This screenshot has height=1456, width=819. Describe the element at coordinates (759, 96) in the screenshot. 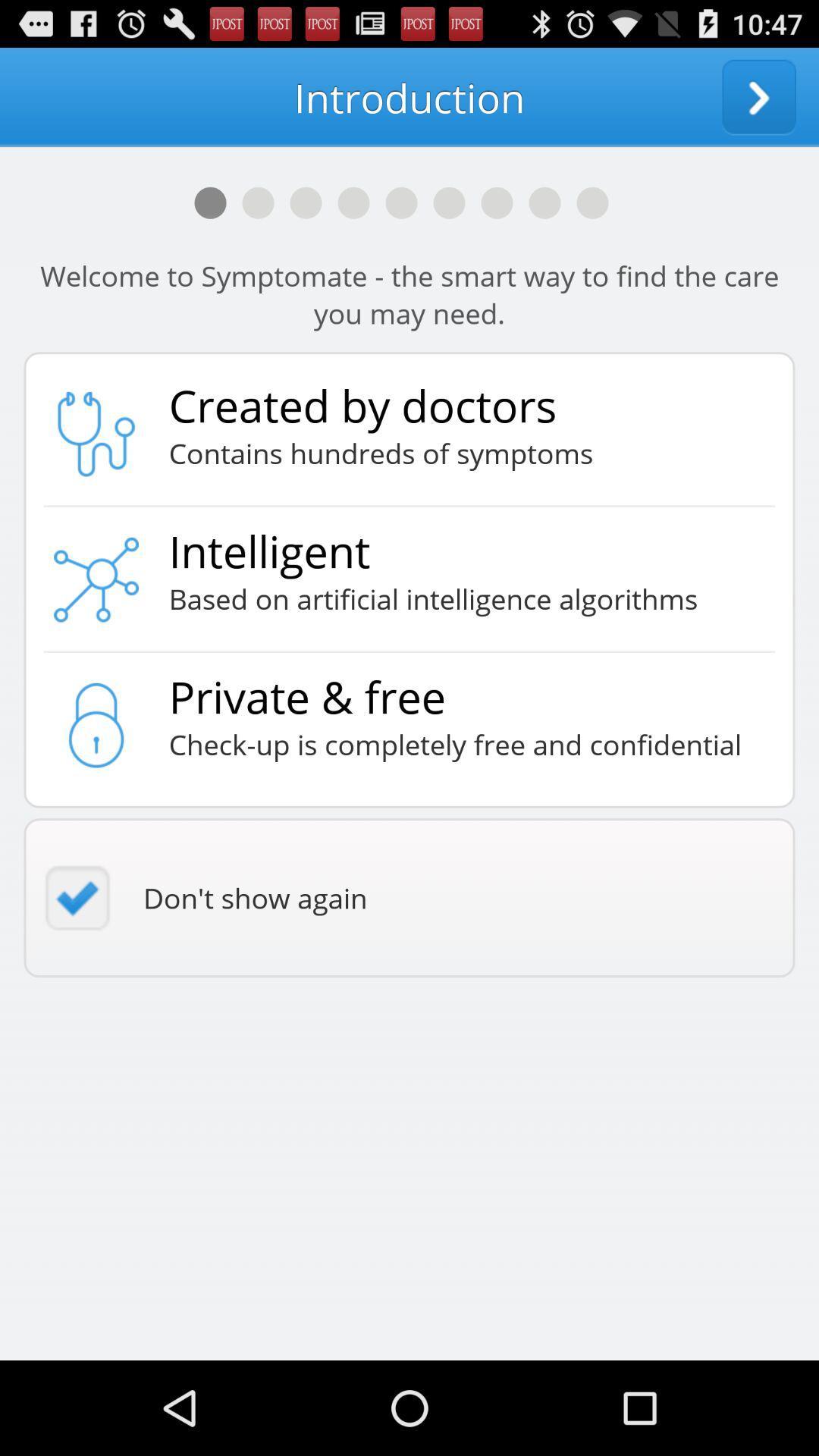

I see `icon at the top right corner` at that location.